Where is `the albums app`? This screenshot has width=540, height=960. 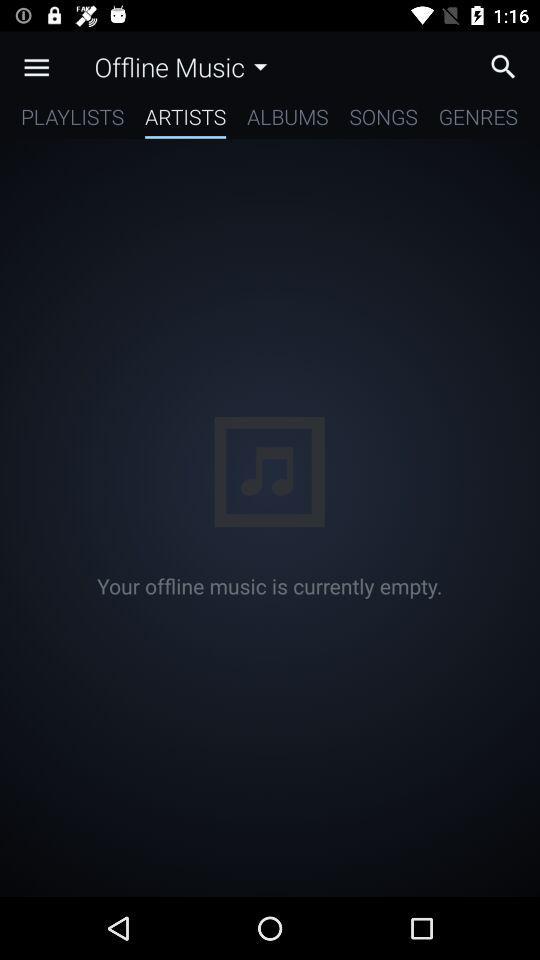 the albums app is located at coordinates (286, 120).